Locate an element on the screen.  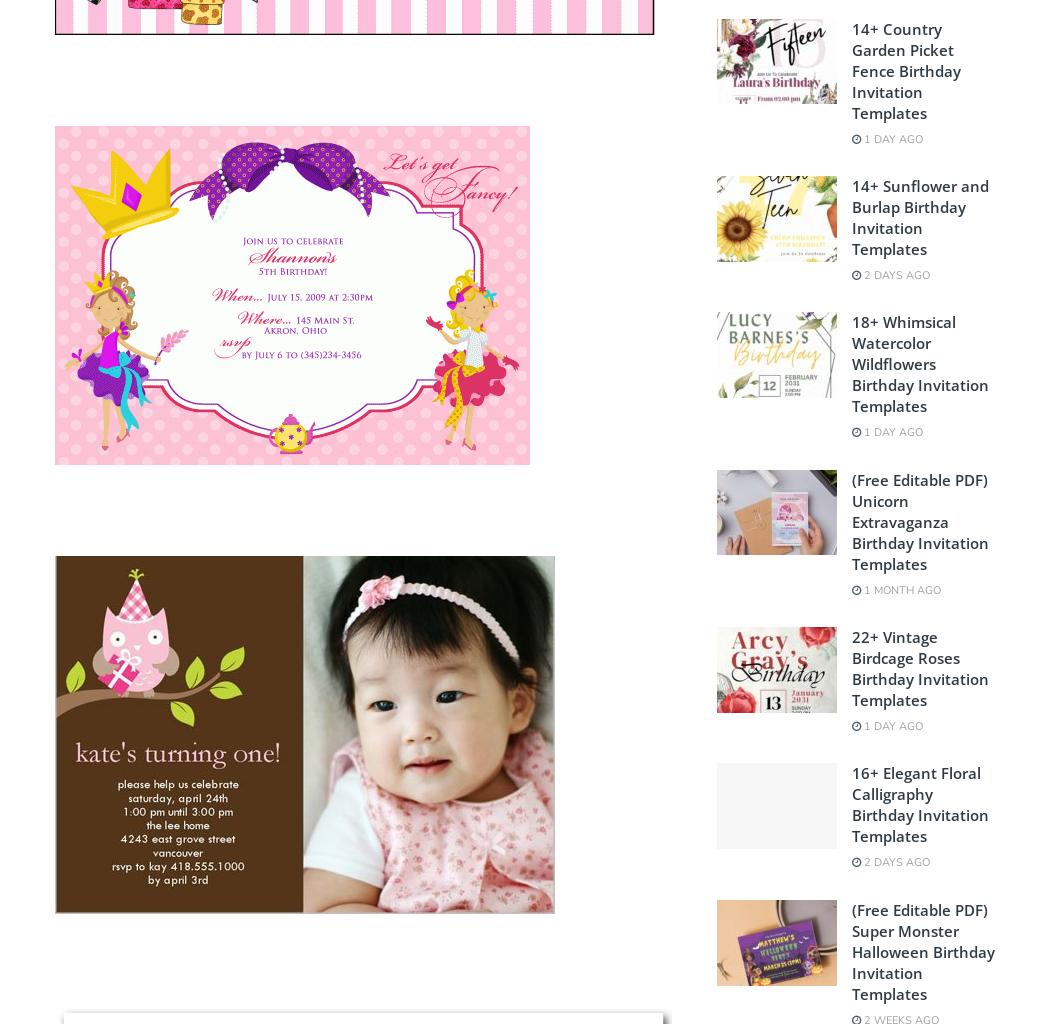
'22+ Vintage Birdcage Roses Birthday Invitation Templates' is located at coordinates (919, 667).